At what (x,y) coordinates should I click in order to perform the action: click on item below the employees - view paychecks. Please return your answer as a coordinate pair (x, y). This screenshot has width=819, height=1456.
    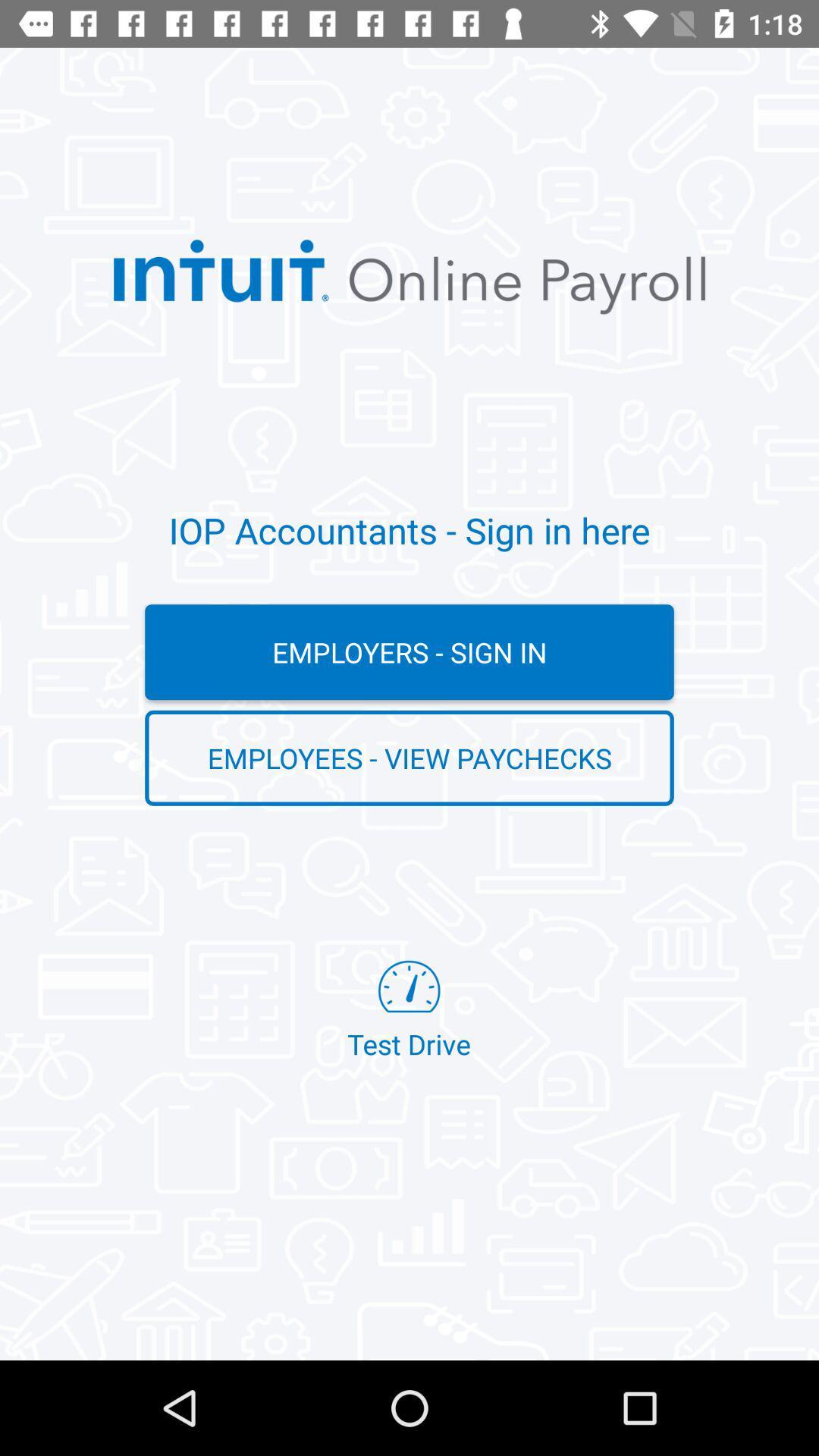
    Looking at the image, I should click on (408, 1011).